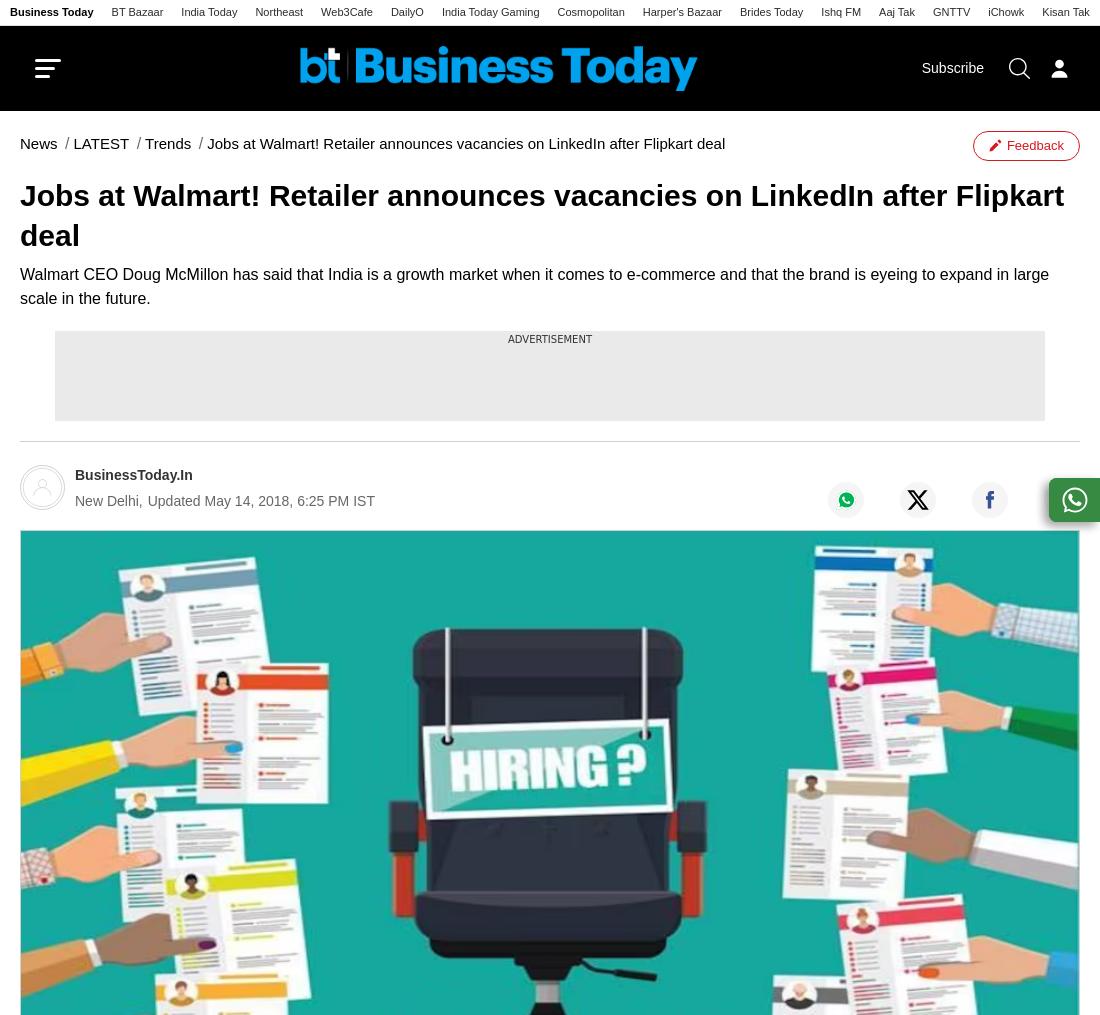 The height and width of the screenshot is (1015, 1100). What do you see at coordinates (43, 136) in the screenshot?
I see `'Home'` at bounding box center [43, 136].